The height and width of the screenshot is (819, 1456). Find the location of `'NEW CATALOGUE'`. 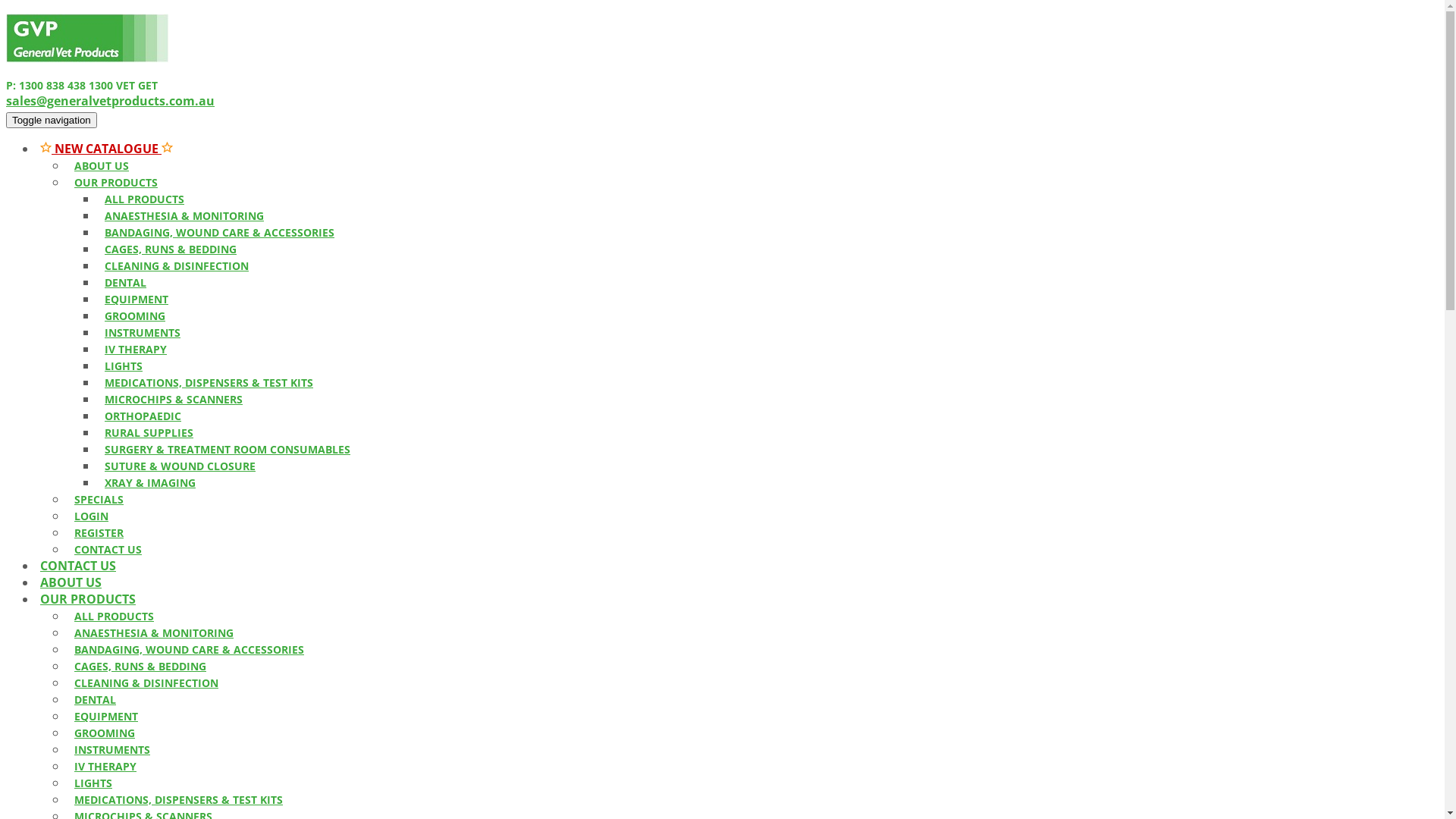

'NEW CATALOGUE' is located at coordinates (105, 149).